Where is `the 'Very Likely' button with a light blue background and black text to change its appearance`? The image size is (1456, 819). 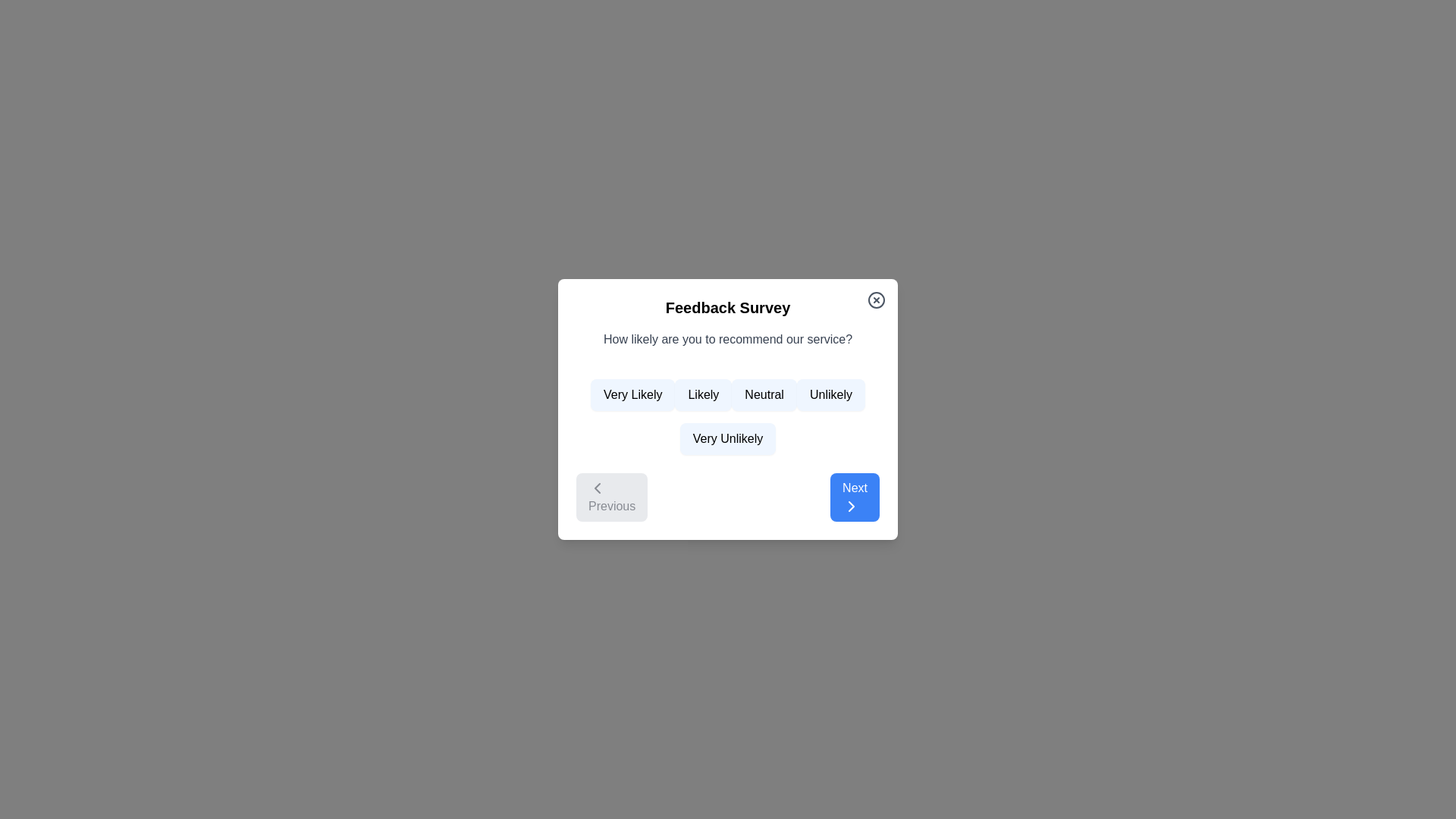
the 'Very Likely' button with a light blue background and black text to change its appearance is located at coordinates (632, 394).